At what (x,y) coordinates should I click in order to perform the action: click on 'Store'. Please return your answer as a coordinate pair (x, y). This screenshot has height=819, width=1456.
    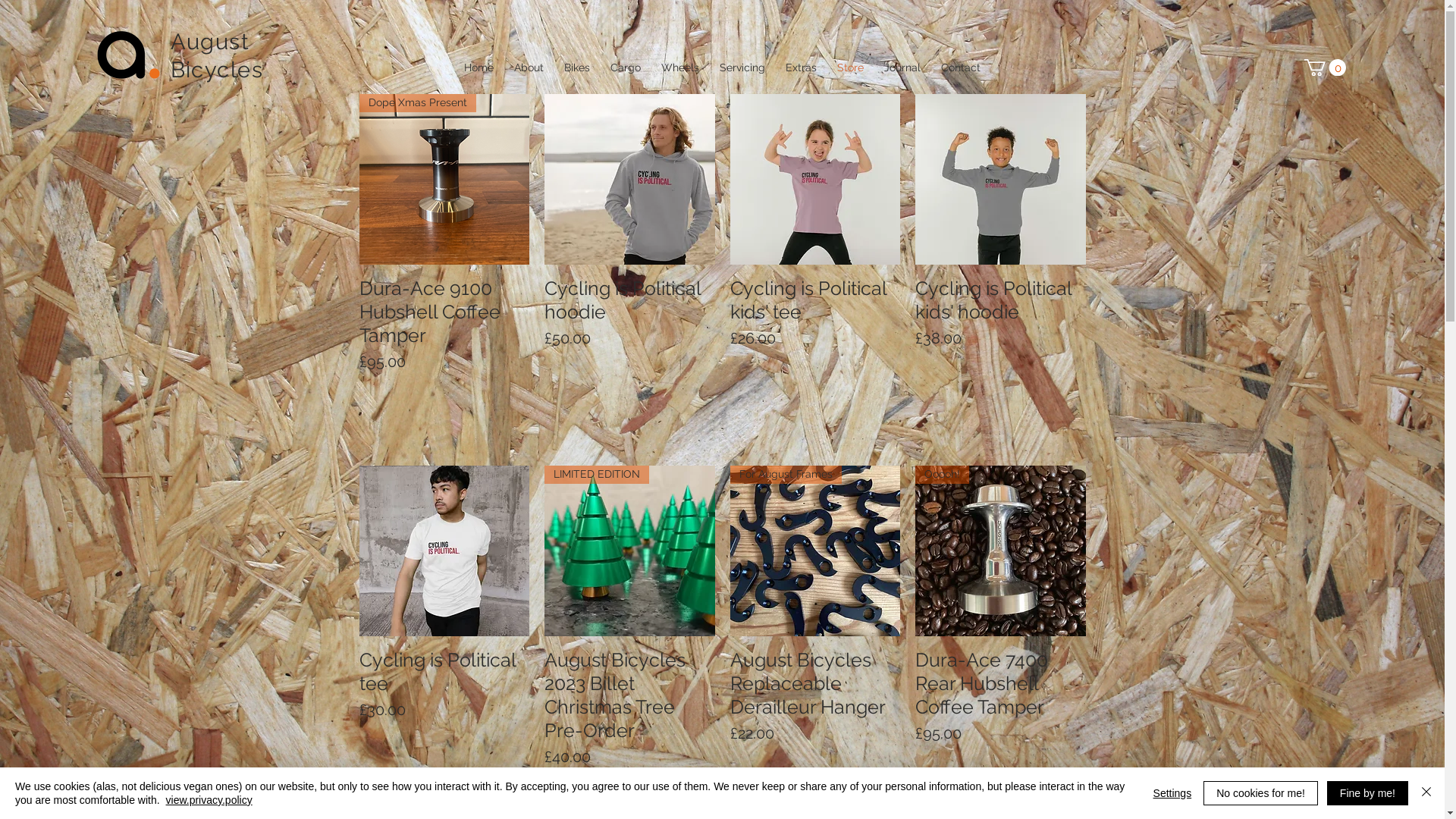
    Looking at the image, I should click on (850, 66).